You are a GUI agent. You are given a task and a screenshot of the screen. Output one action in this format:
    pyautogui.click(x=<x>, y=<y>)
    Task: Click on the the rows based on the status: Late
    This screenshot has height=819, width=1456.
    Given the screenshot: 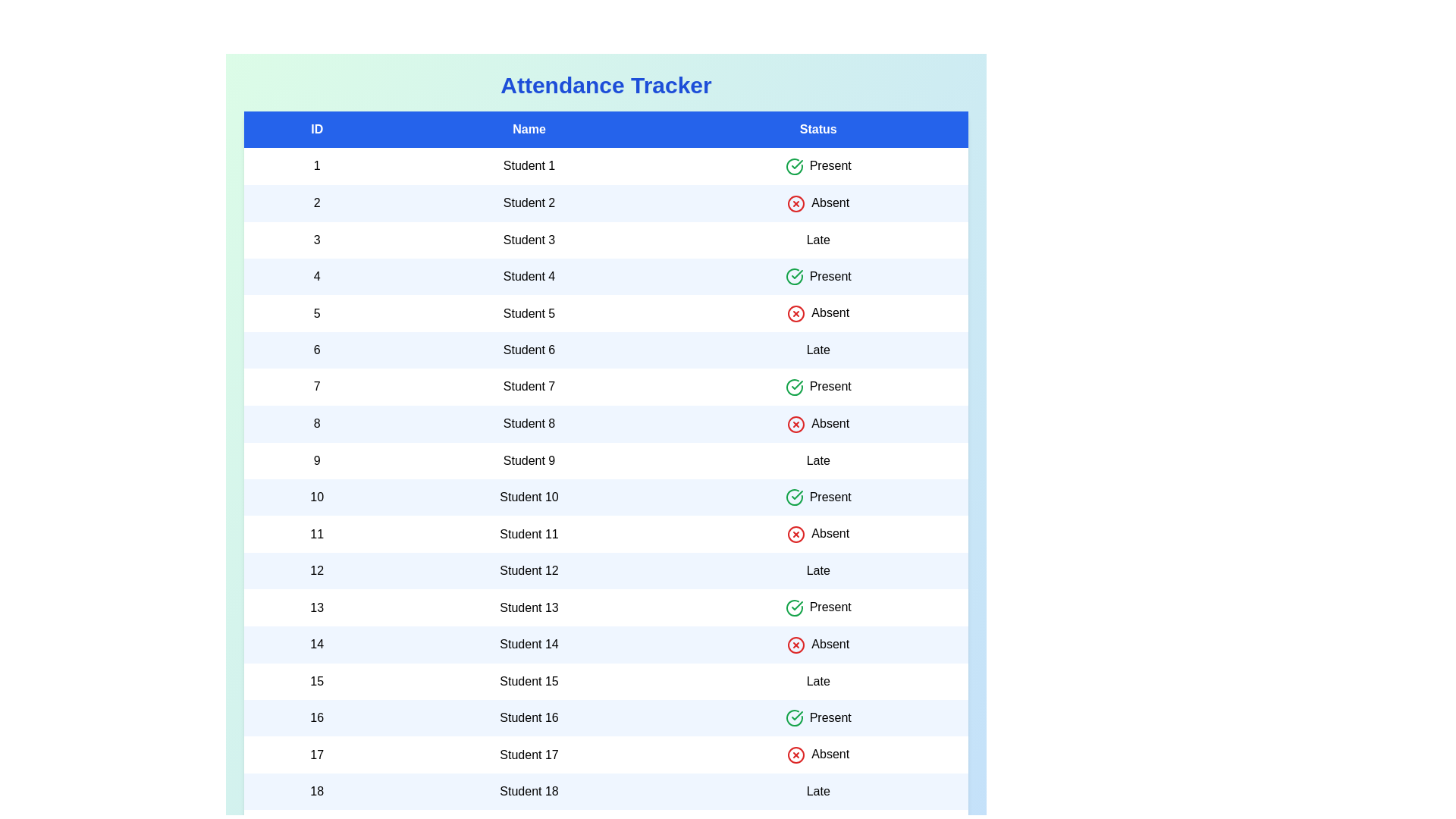 What is the action you would take?
    pyautogui.click(x=817, y=239)
    